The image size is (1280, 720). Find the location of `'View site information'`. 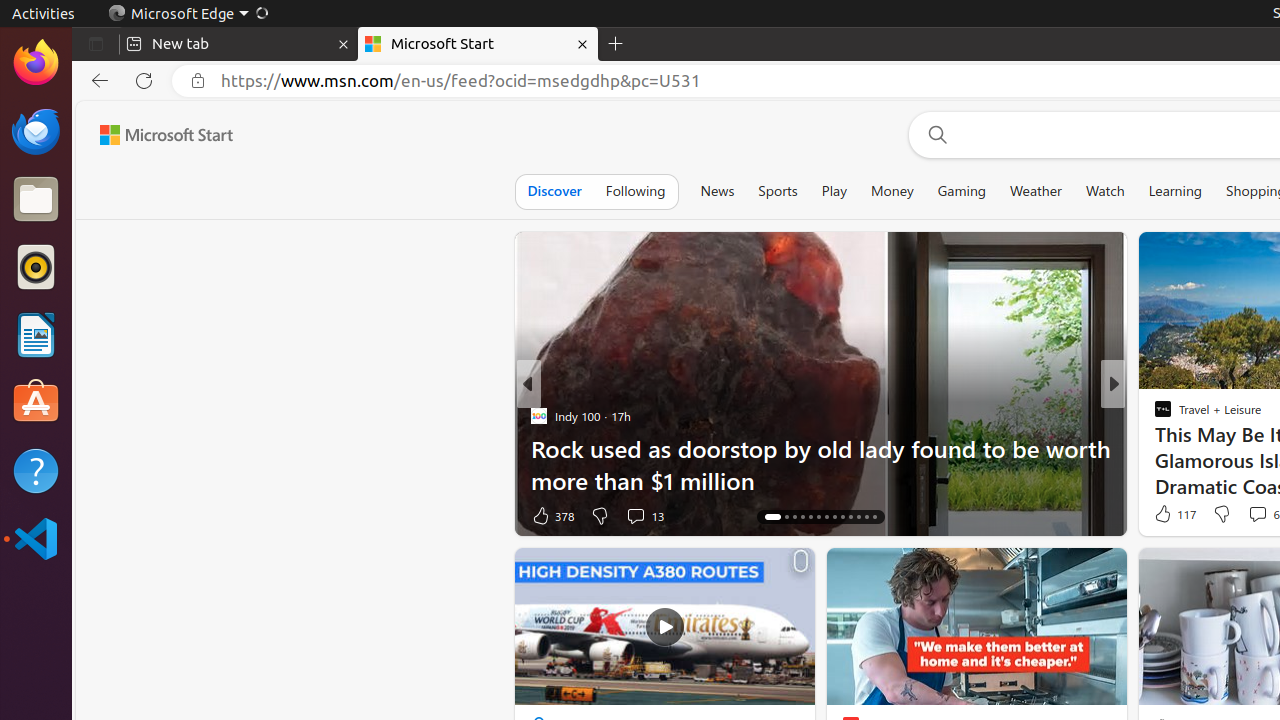

'View site information' is located at coordinates (198, 80).